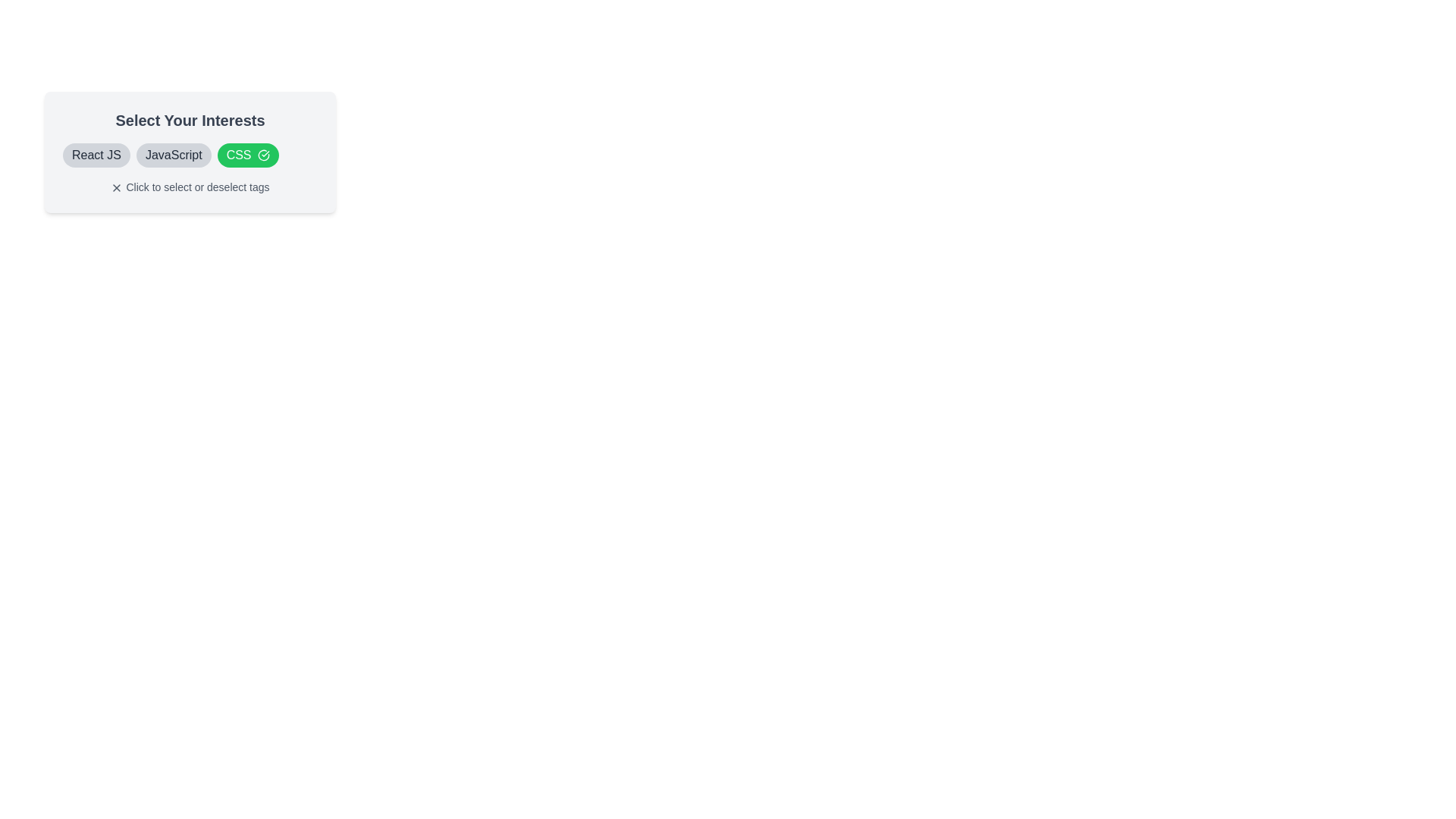 This screenshot has height=819, width=1456. What do you see at coordinates (96, 155) in the screenshot?
I see `the first tag displaying 'React JS' located under 'Select Your Interests'` at bounding box center [96, 155].